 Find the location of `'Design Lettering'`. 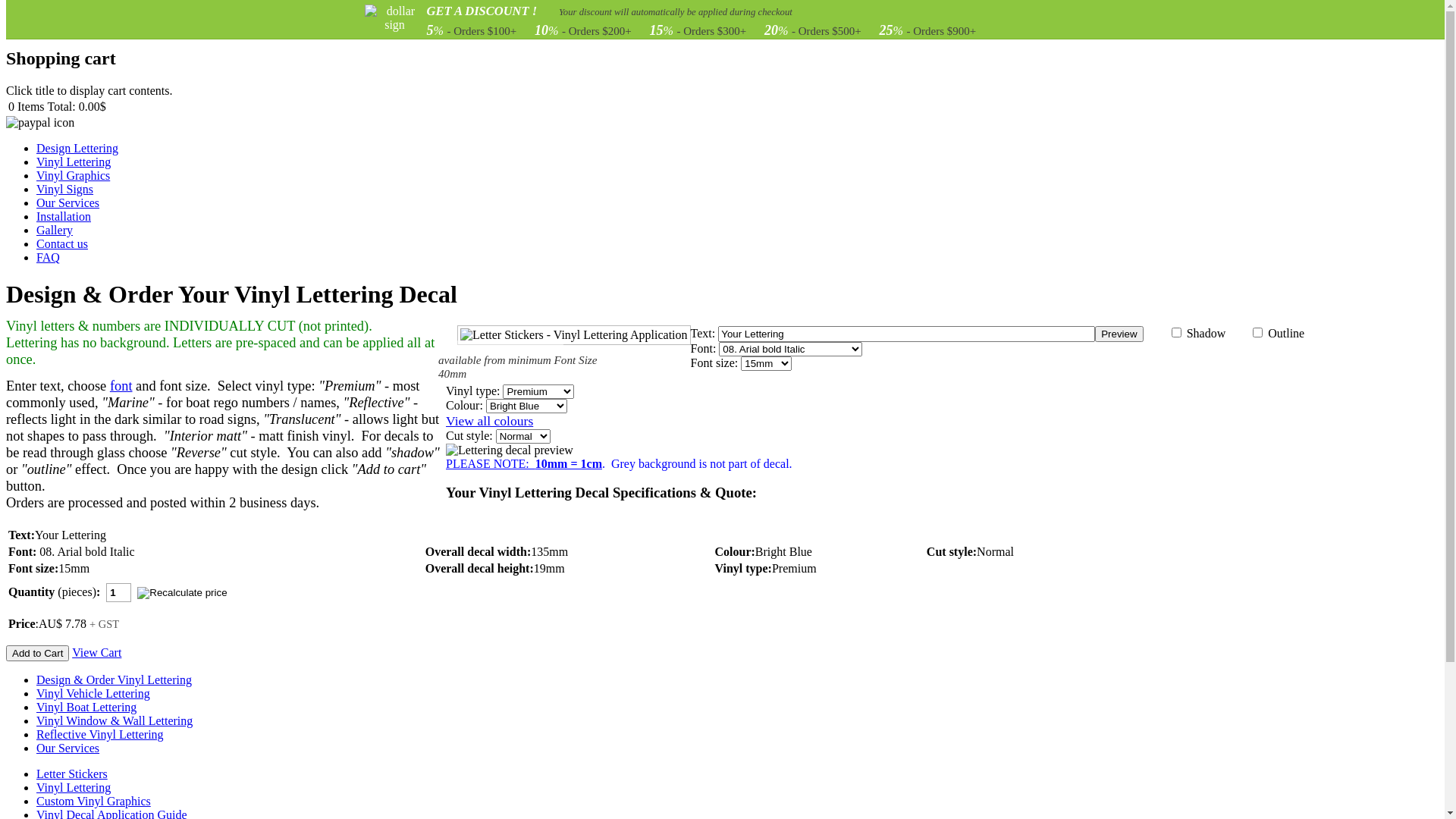

'Design Lettering' is located at coordinates (76, 148).